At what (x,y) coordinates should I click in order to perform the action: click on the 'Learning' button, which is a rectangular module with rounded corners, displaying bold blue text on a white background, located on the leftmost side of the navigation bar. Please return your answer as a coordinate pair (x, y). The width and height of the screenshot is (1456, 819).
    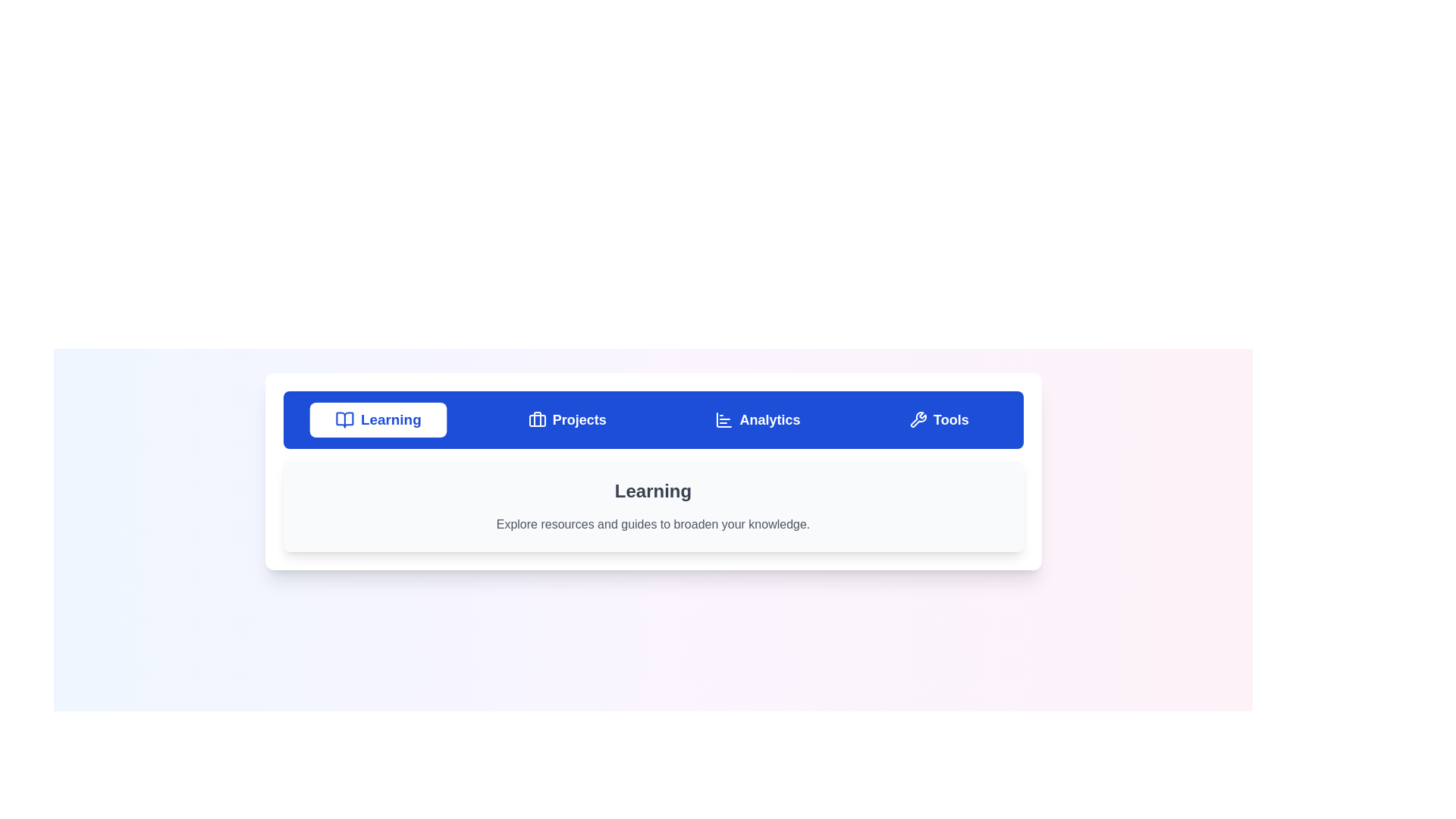
    Looking at the image, I should click on (378, 420).